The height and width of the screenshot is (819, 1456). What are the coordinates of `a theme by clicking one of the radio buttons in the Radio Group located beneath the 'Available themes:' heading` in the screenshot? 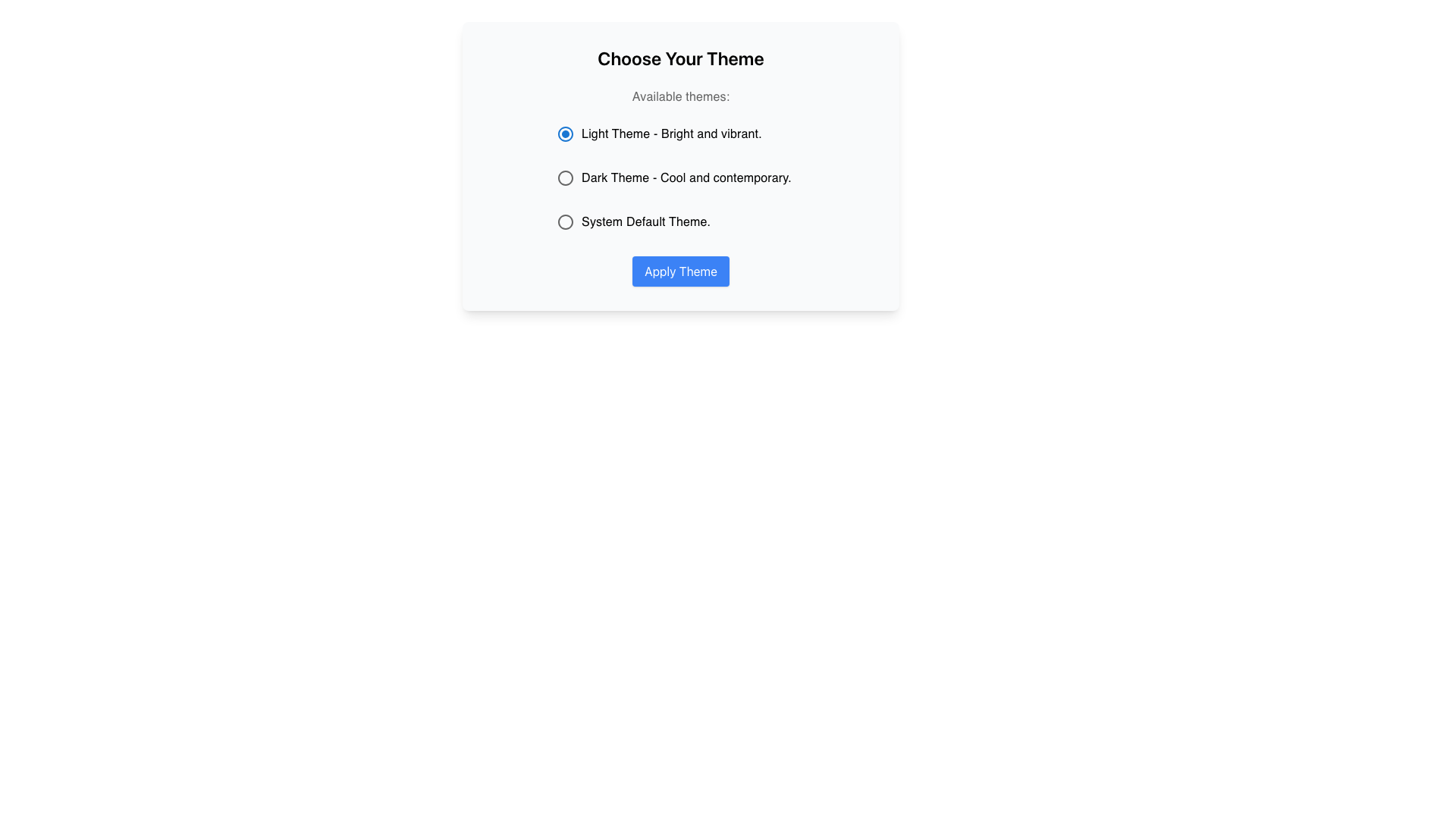 It's located at (679, 163).